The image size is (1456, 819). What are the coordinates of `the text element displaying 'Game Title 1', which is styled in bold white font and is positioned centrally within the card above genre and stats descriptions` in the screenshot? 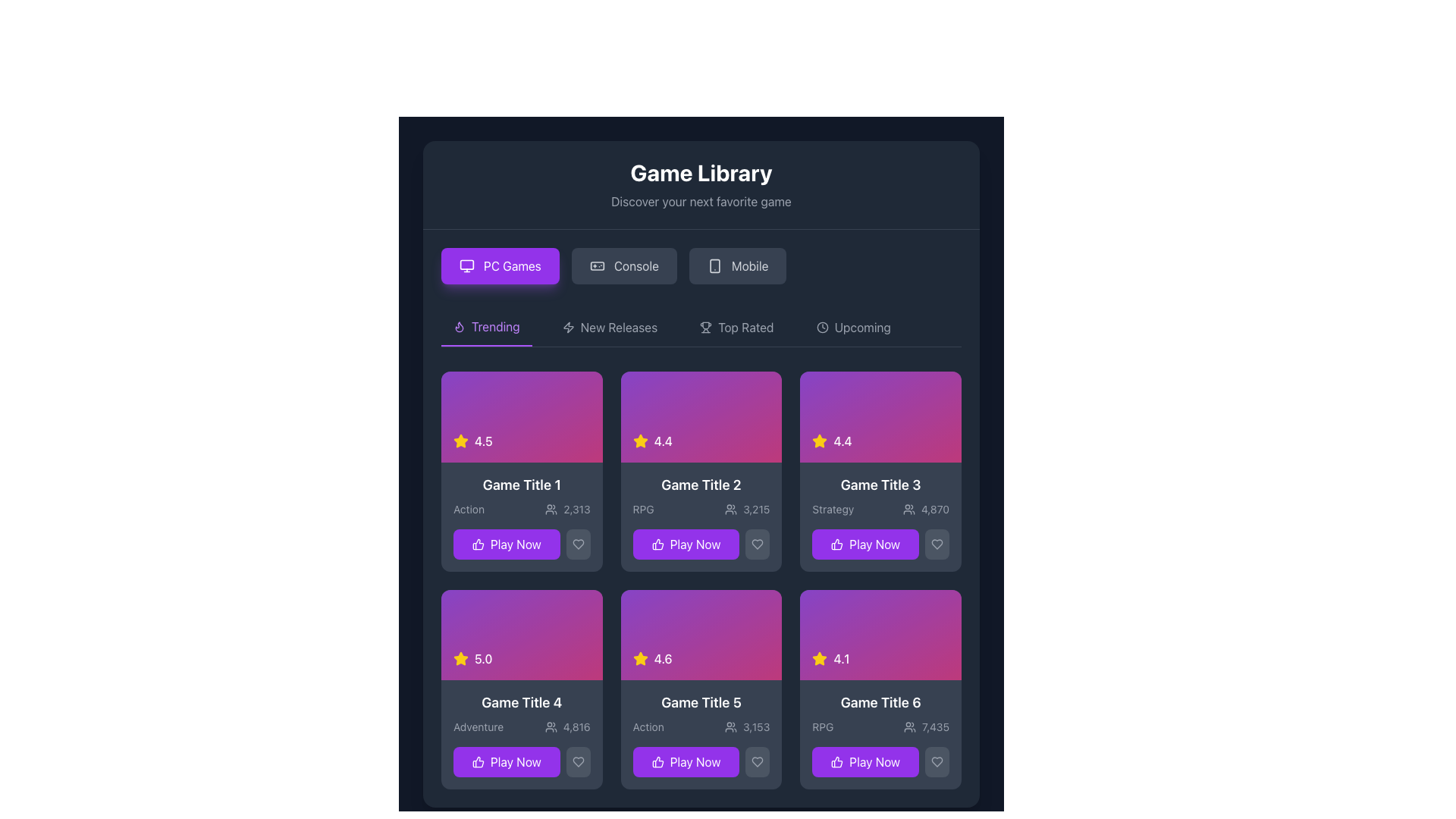 It's located at (522, 485).